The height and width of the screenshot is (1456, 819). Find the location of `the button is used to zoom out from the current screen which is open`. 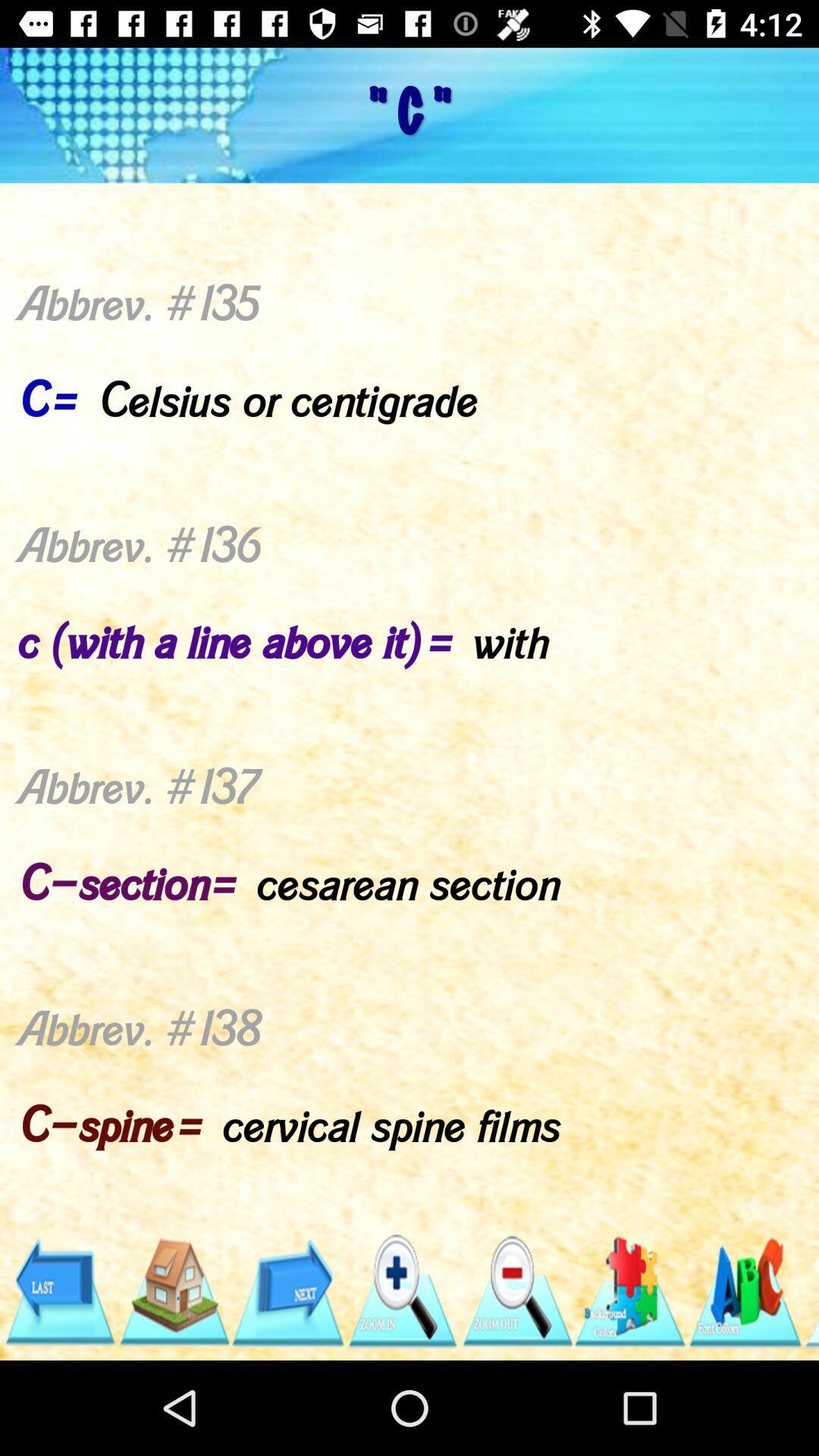

the button is used to zoom out from the current screen which is open is located at coordinates (516, 1291).